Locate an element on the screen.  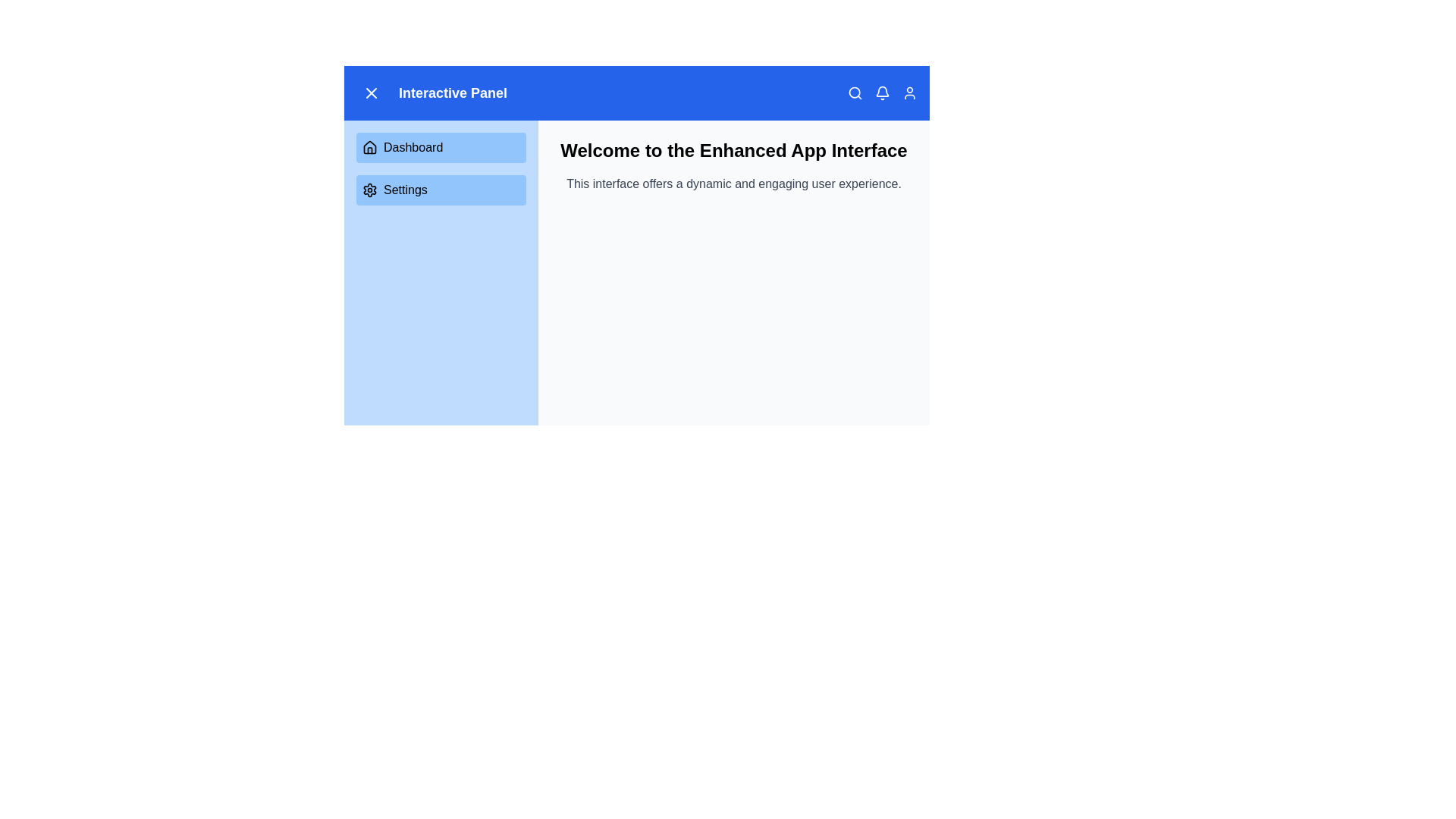
the user icon in the top-right corner of the blue navigation bar, which is styled in white against a blue background and changes color to gray on hover is located at coordinates (910, 93).